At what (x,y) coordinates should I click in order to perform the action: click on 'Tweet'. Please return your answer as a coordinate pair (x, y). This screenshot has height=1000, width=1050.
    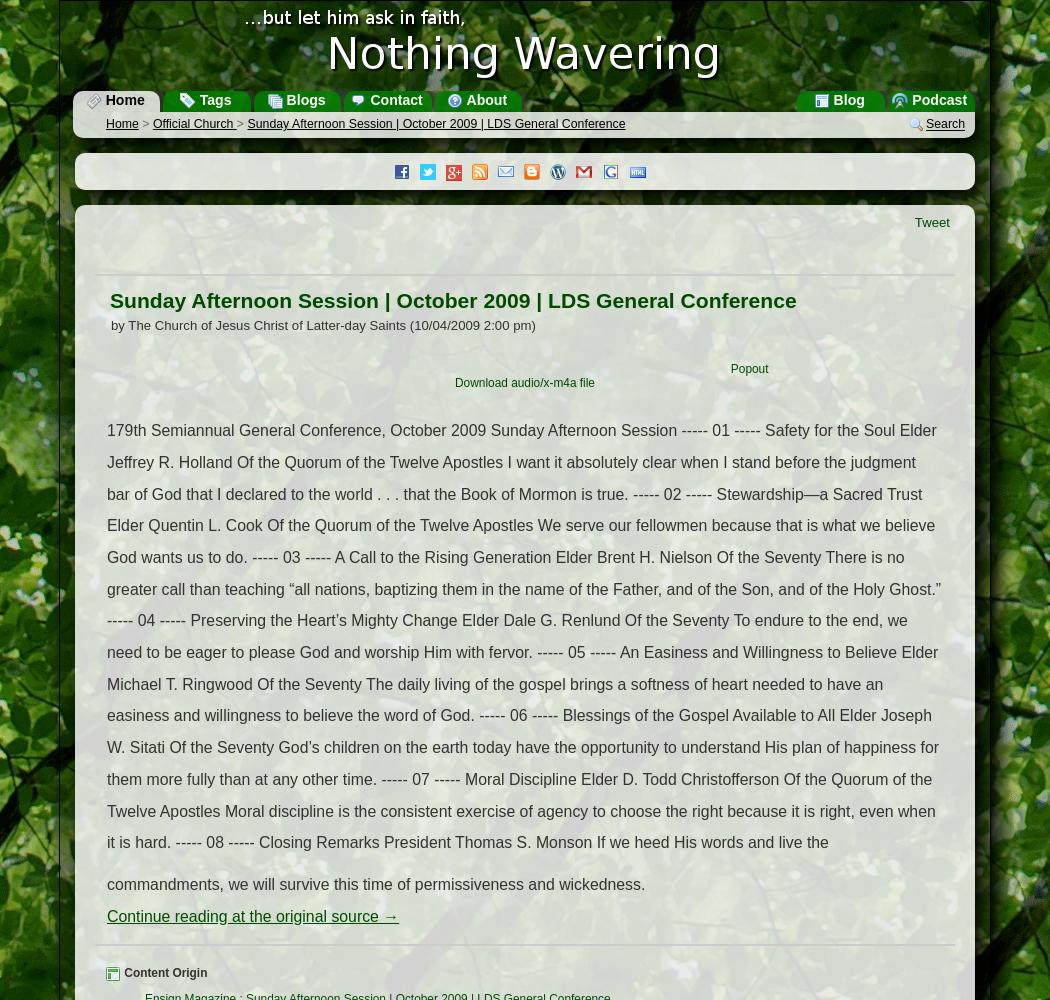
    Looking at the image, I should click on (931, 221).